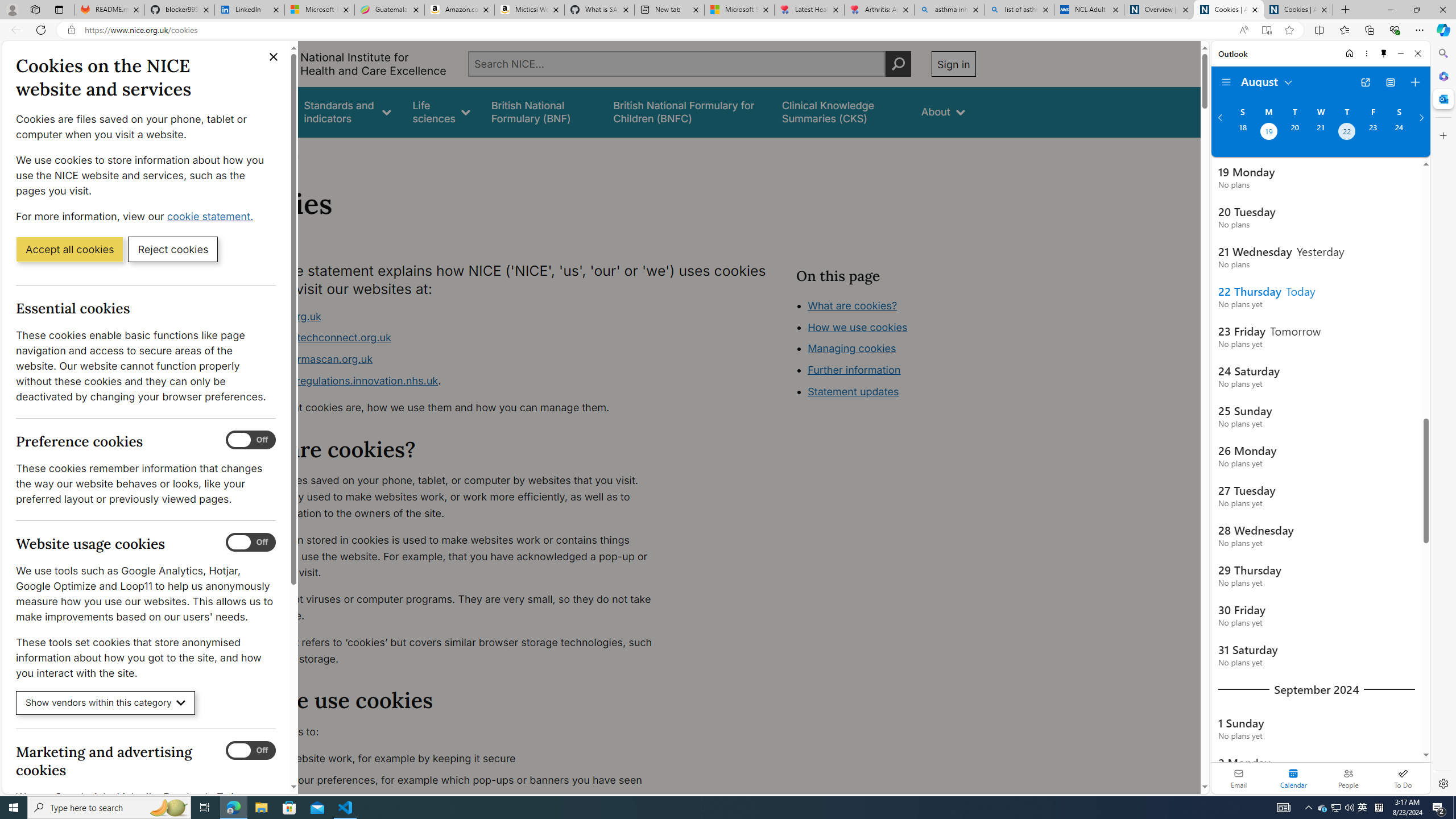 The image size is (1456, 819). What do you see at coordinates (1319, 133) in the screenshot?
I see `'Wednesday, August 21, 2024. '` at bounding box center [1319, 133].